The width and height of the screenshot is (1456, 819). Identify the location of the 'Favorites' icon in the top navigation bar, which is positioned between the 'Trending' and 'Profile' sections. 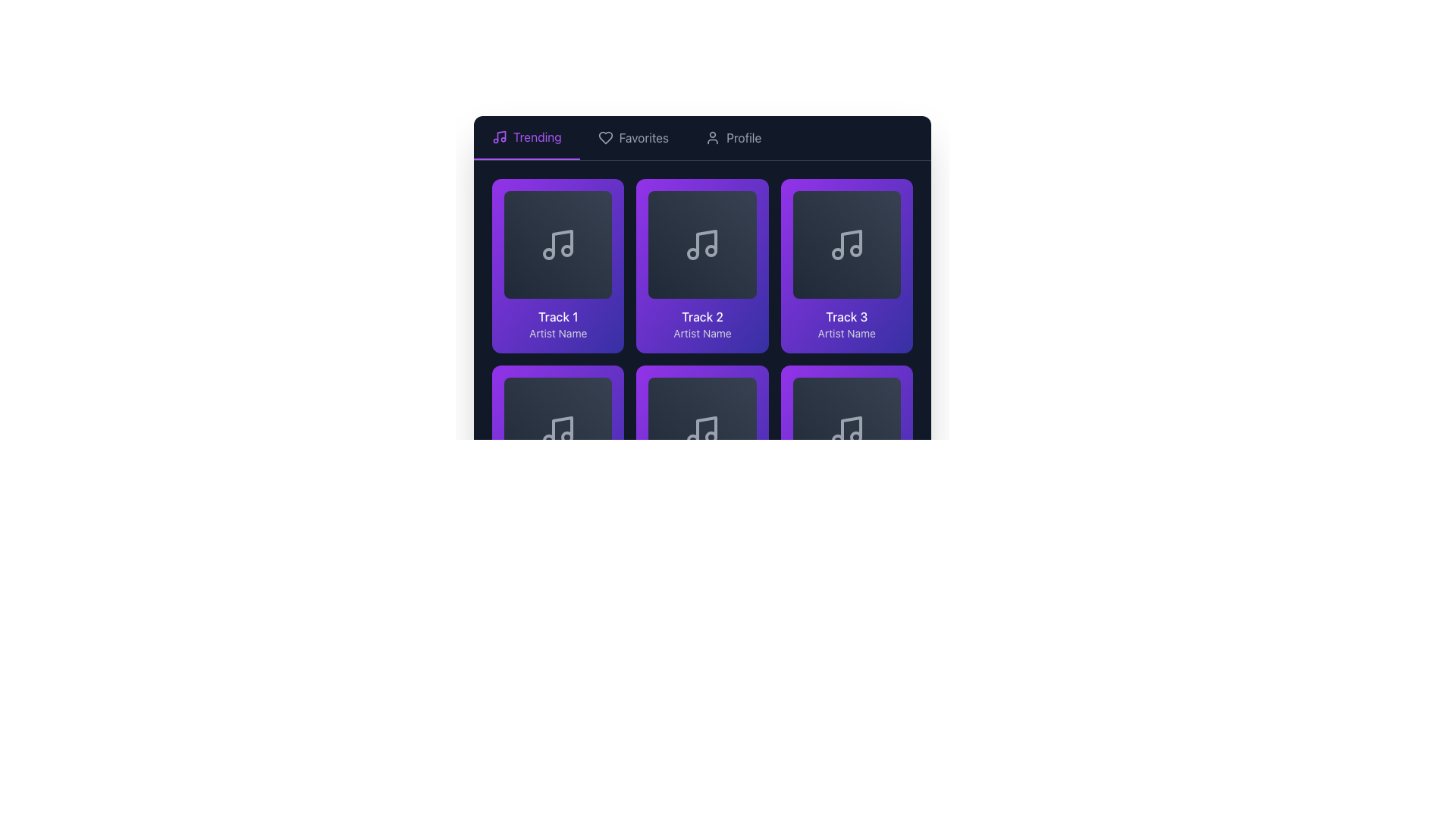
(604, 137).